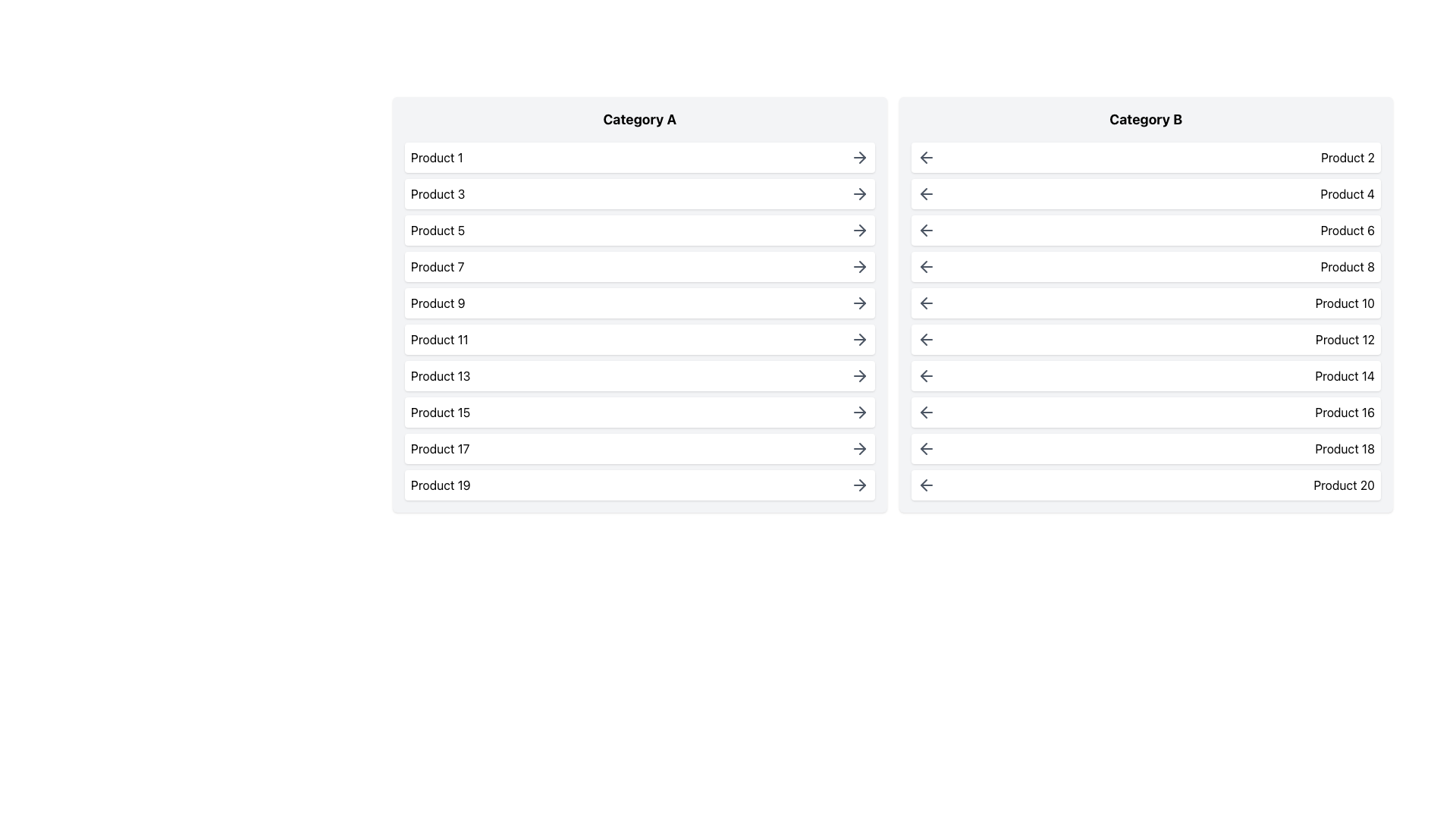  What do you see at coordinates (1146, 303) in the screenshot?
I see `the selectable item representing 'Product 10' in the 'Category B' section` at bounding box center [1146, 303].